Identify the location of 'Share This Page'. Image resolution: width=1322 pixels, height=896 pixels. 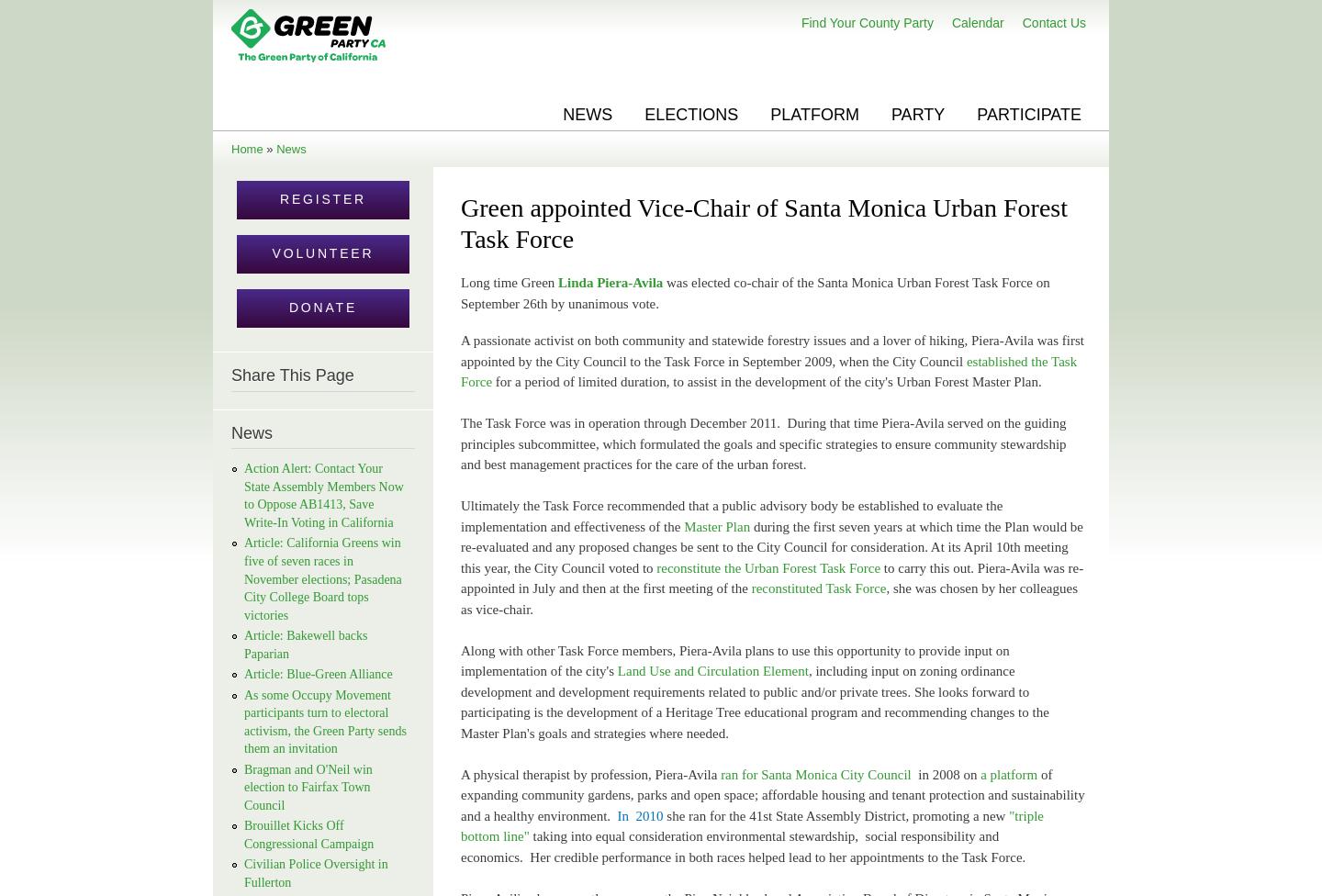
(292, 375).